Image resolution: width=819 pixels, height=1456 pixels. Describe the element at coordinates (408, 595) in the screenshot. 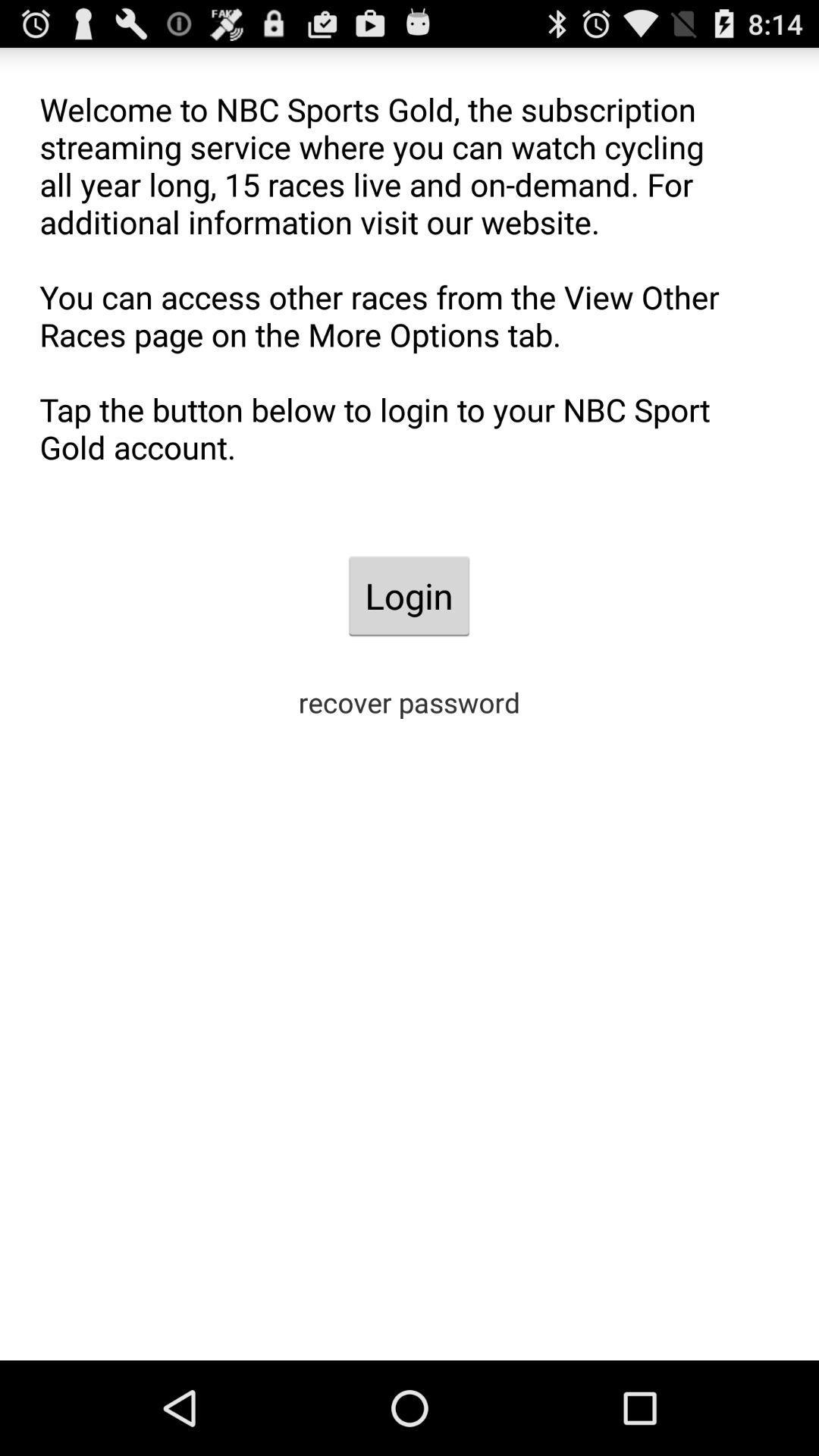

I see `the login item` at that location.